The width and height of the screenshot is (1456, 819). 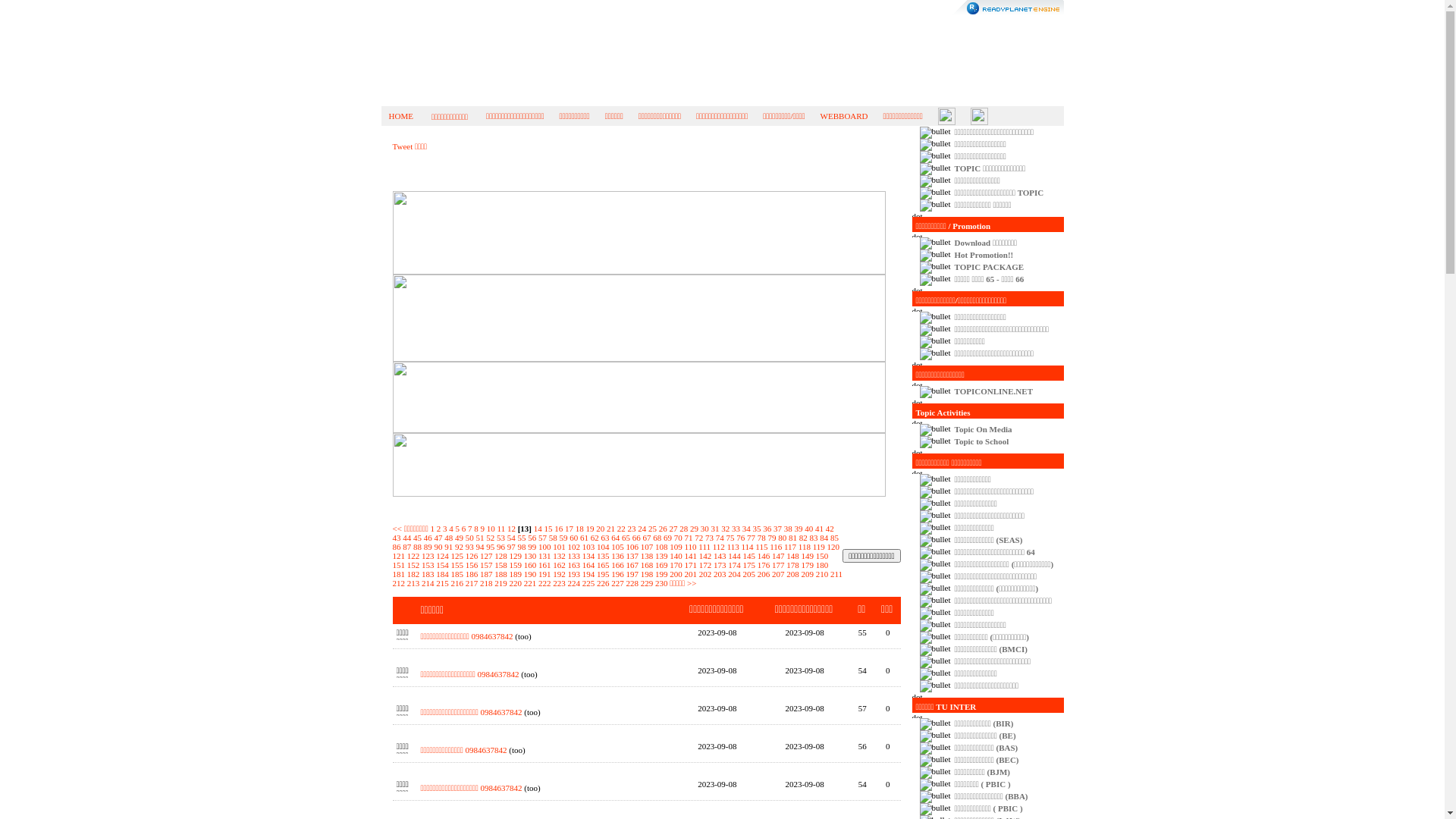 What do you see at coordinates (786, 564) in the screenshot?
I see `'178'` at bounding box center [786, 564].